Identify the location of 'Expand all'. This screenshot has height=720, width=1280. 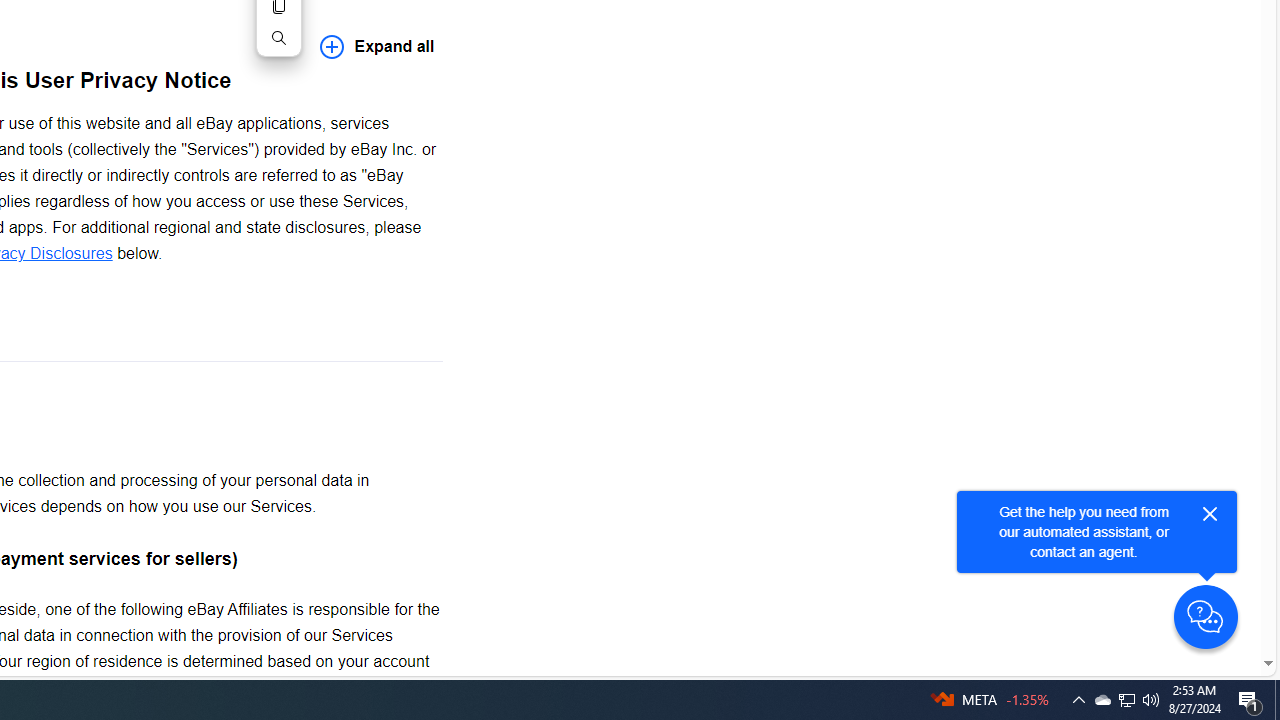
(377, 45).